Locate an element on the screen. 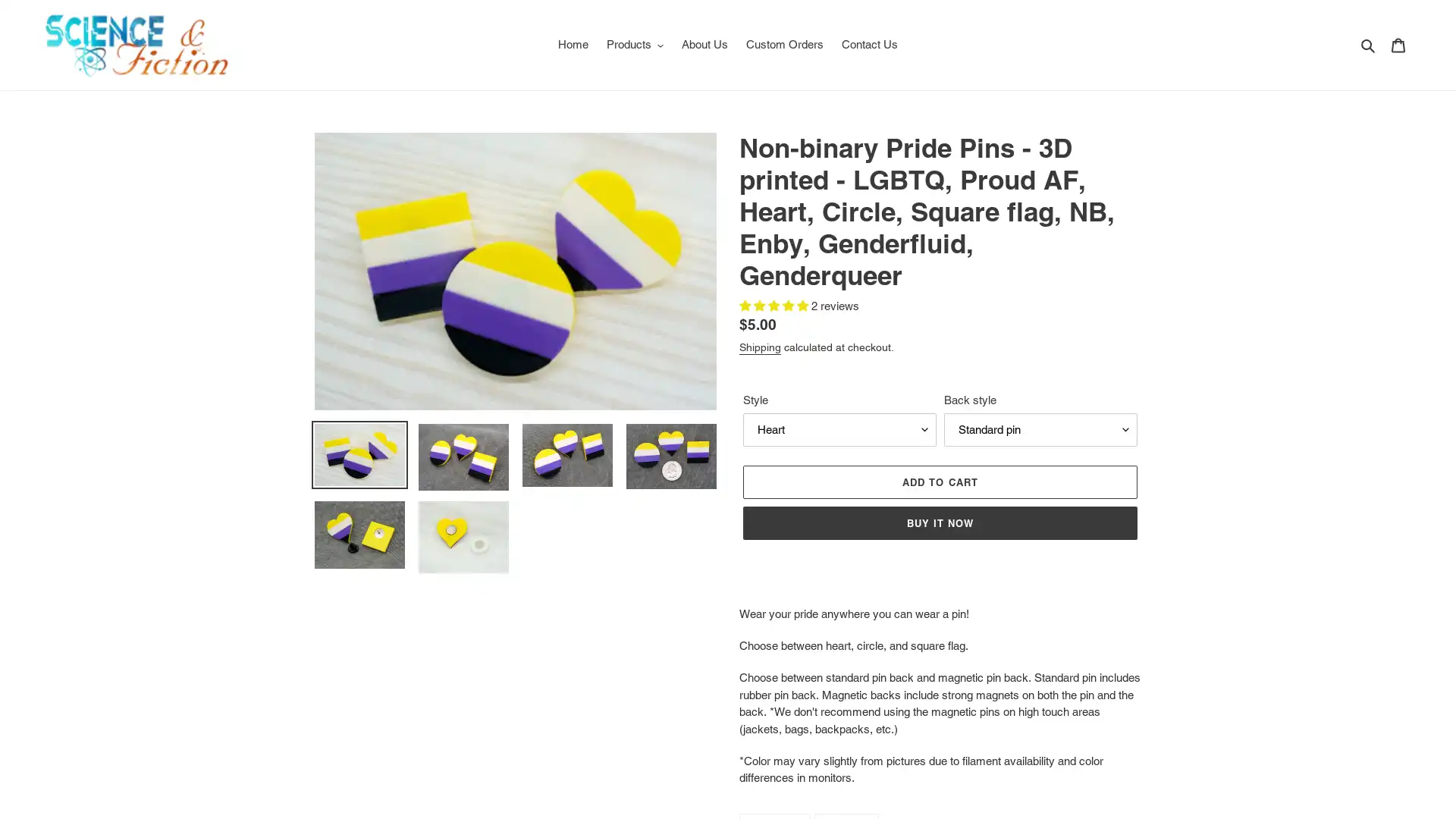  Products is located at coordinates (634, 43).